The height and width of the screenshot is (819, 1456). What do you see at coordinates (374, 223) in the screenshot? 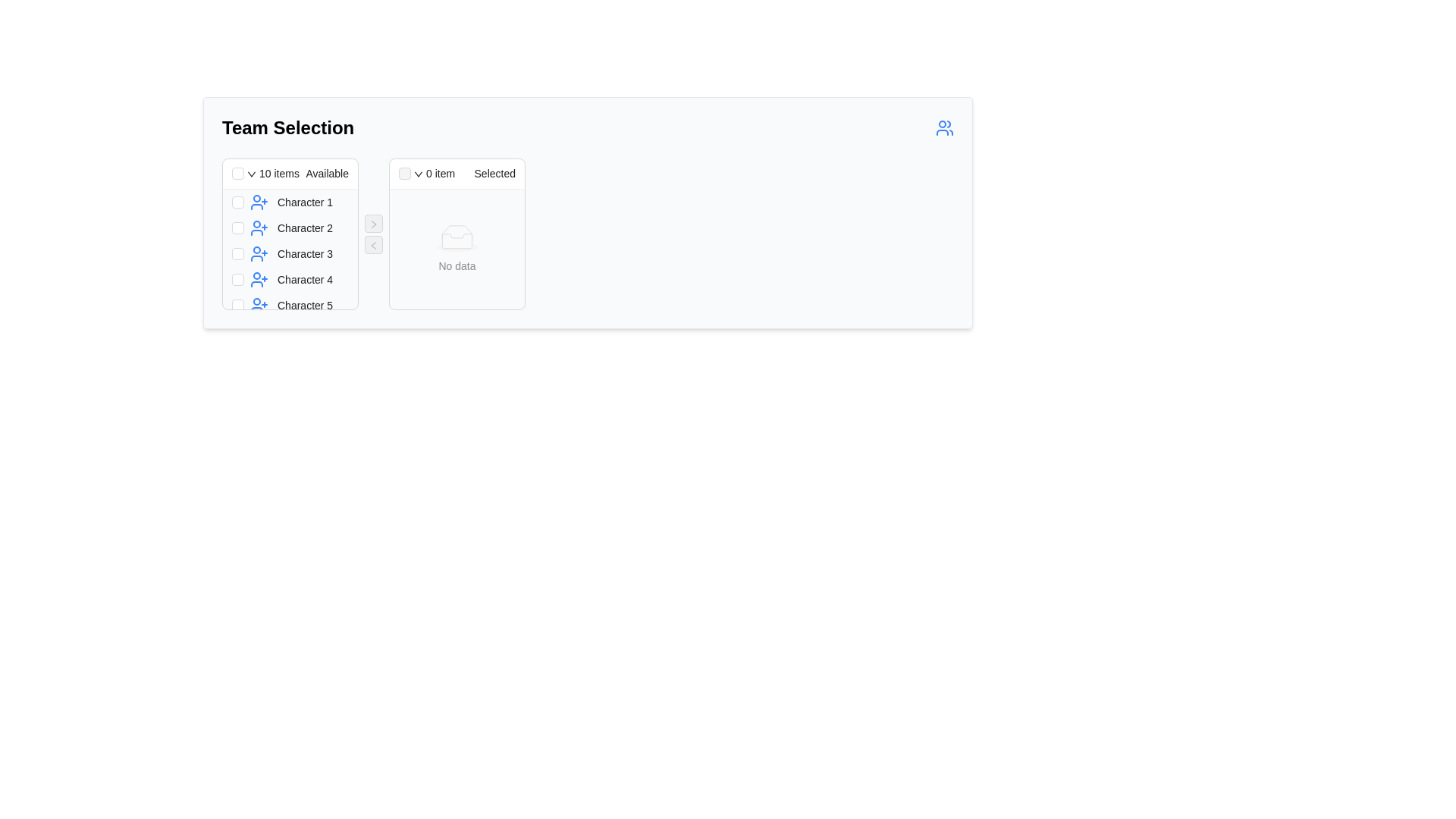
I see `the right-facing arrow icon button located at the center of the interface` at bounding box center [374, 223].